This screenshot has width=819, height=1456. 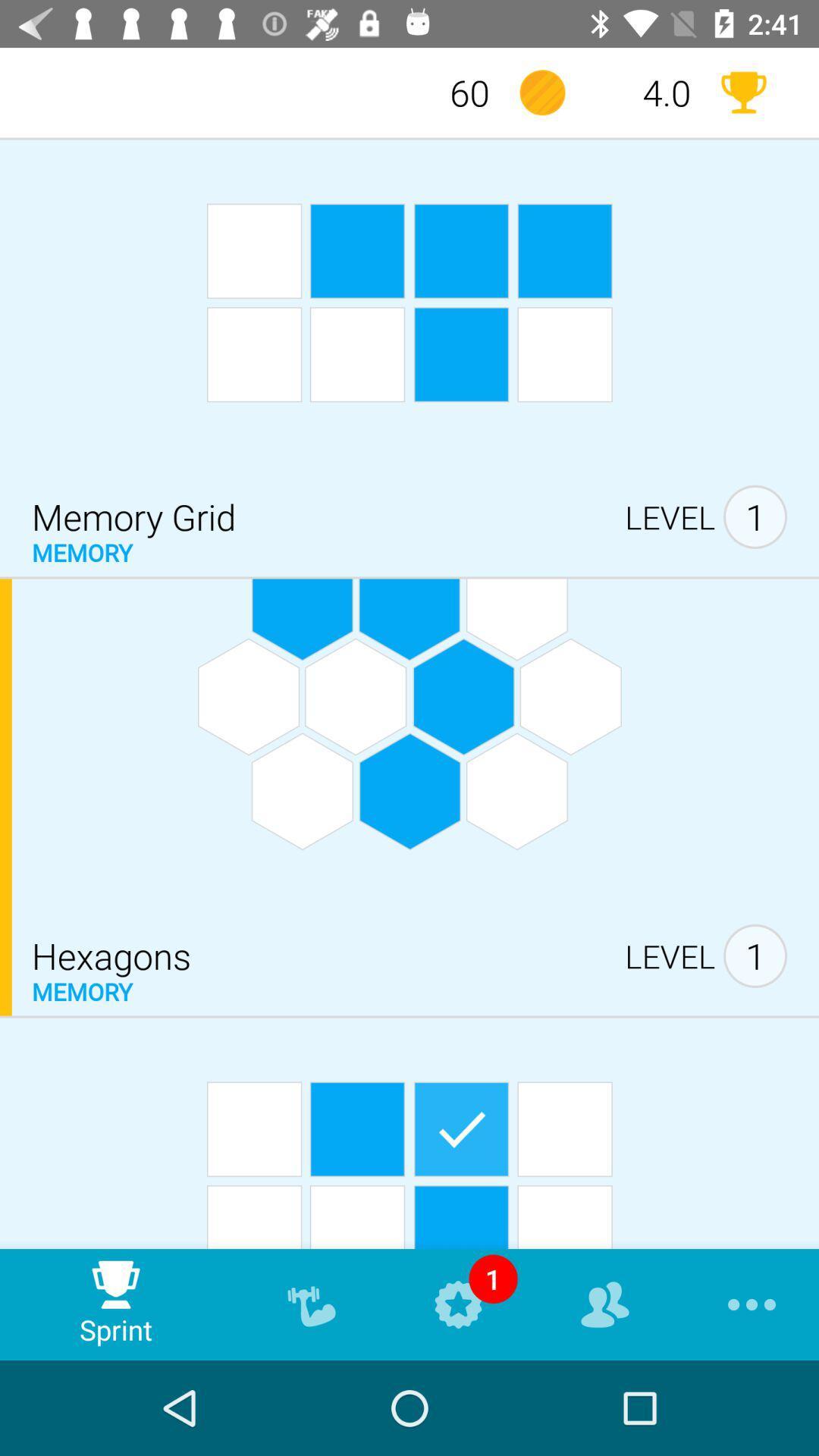 What do you see at coordinates (742, 92) in the screenshot?
I see `awards` at bounding box center [742, 92].